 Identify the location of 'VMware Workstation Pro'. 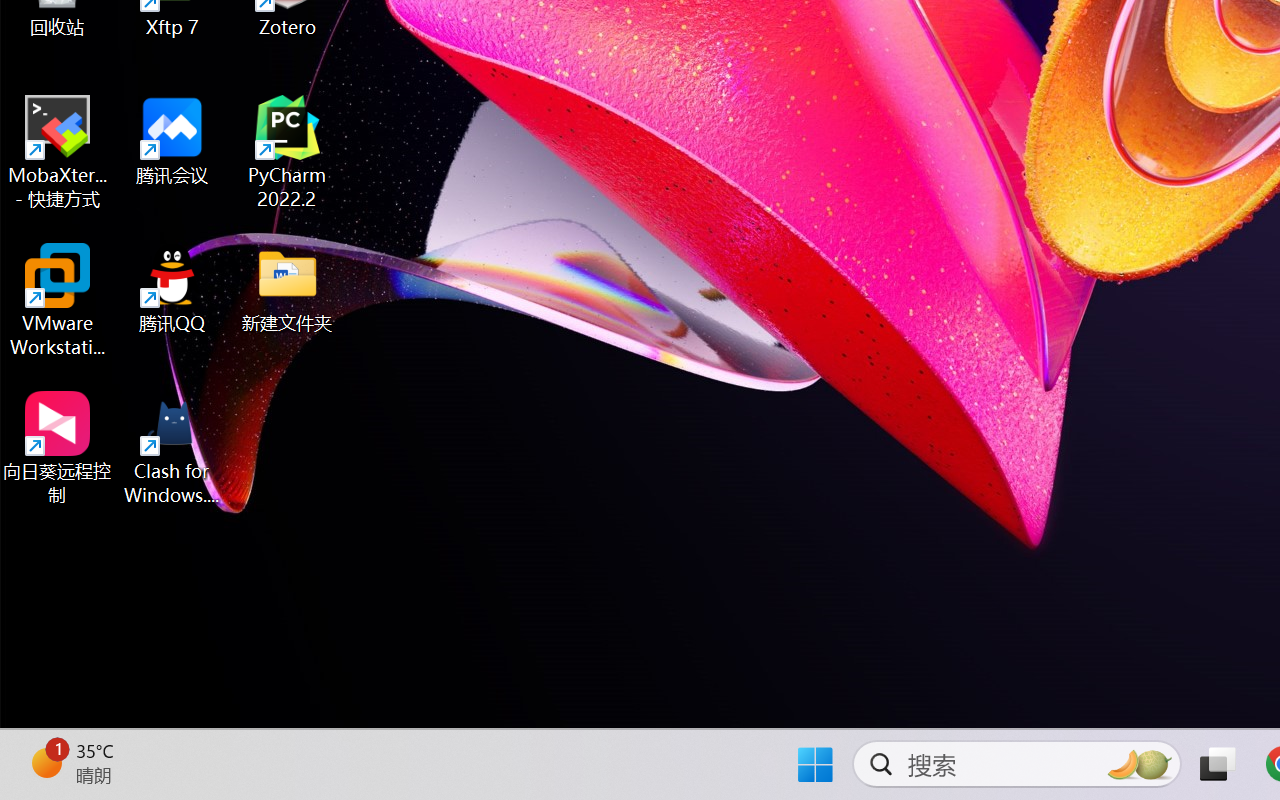
(57, 300).